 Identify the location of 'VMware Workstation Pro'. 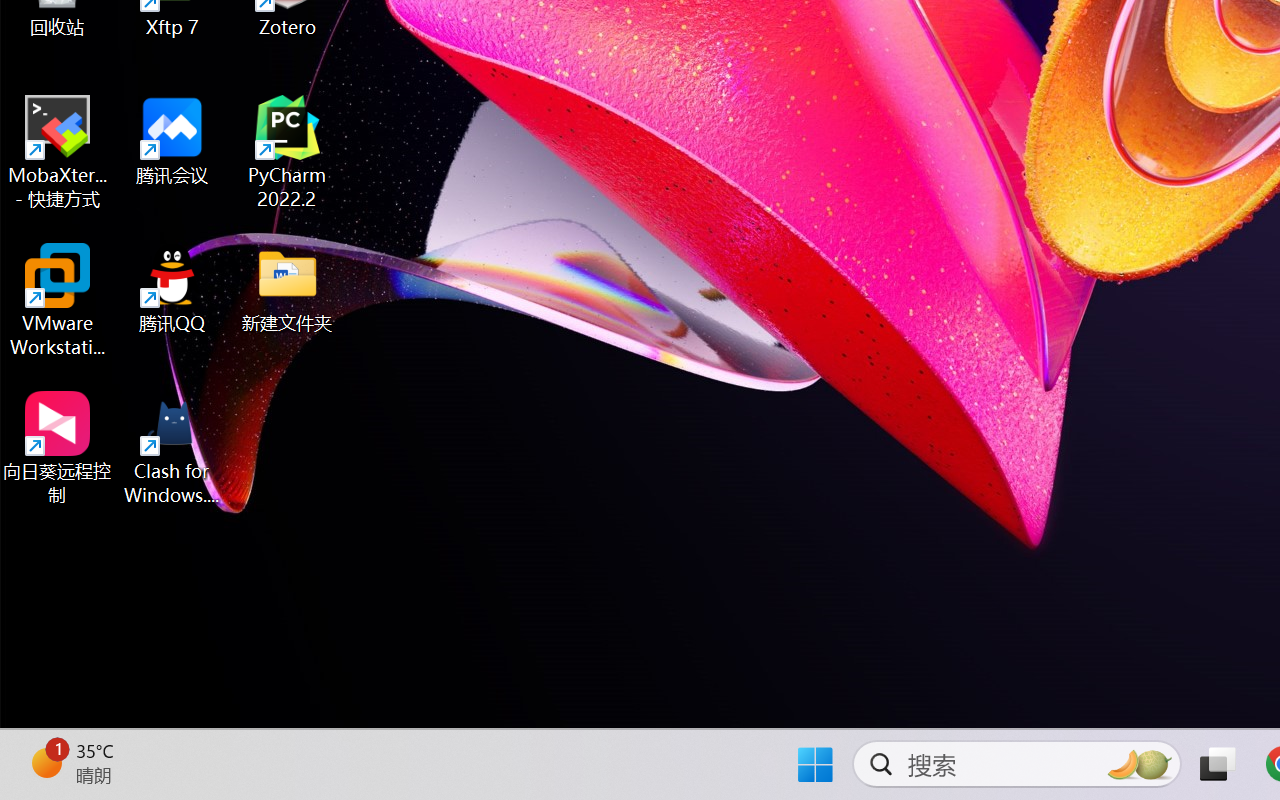
(57, 300).